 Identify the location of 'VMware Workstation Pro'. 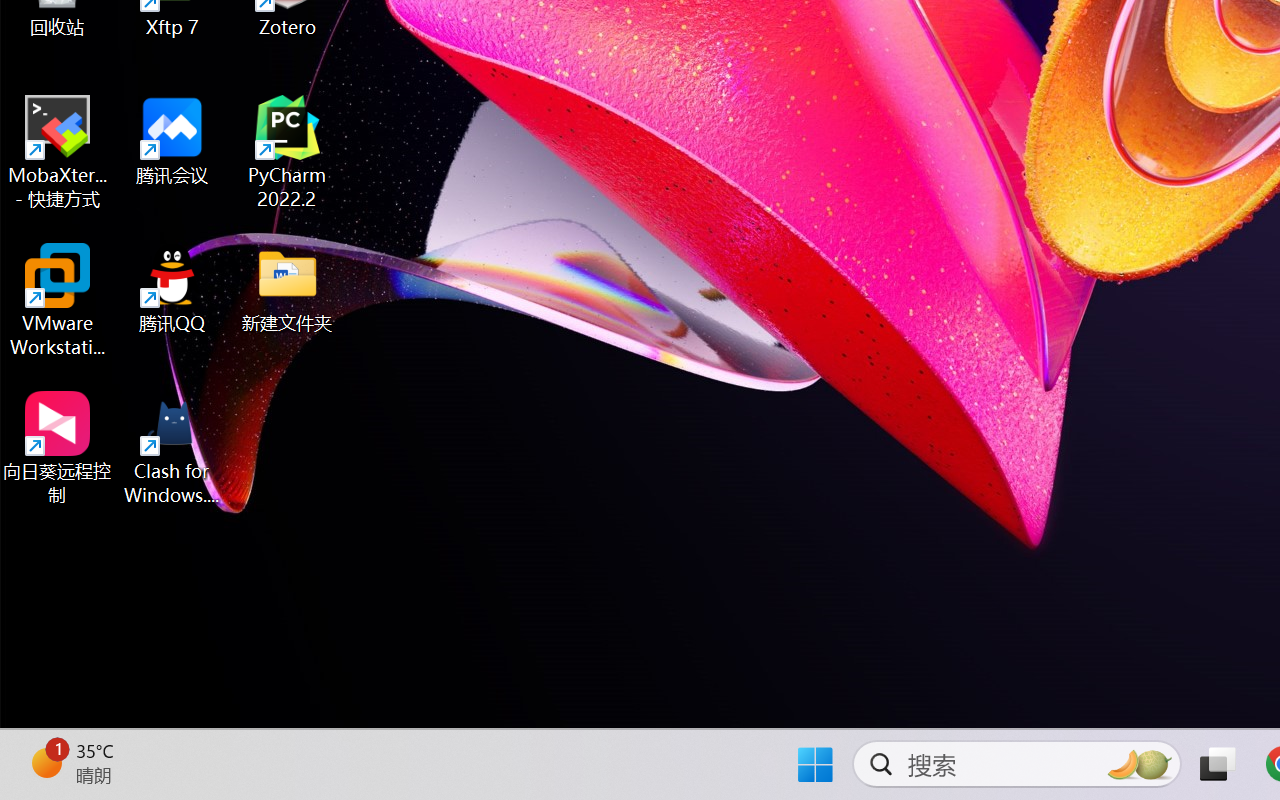
(57, 300).